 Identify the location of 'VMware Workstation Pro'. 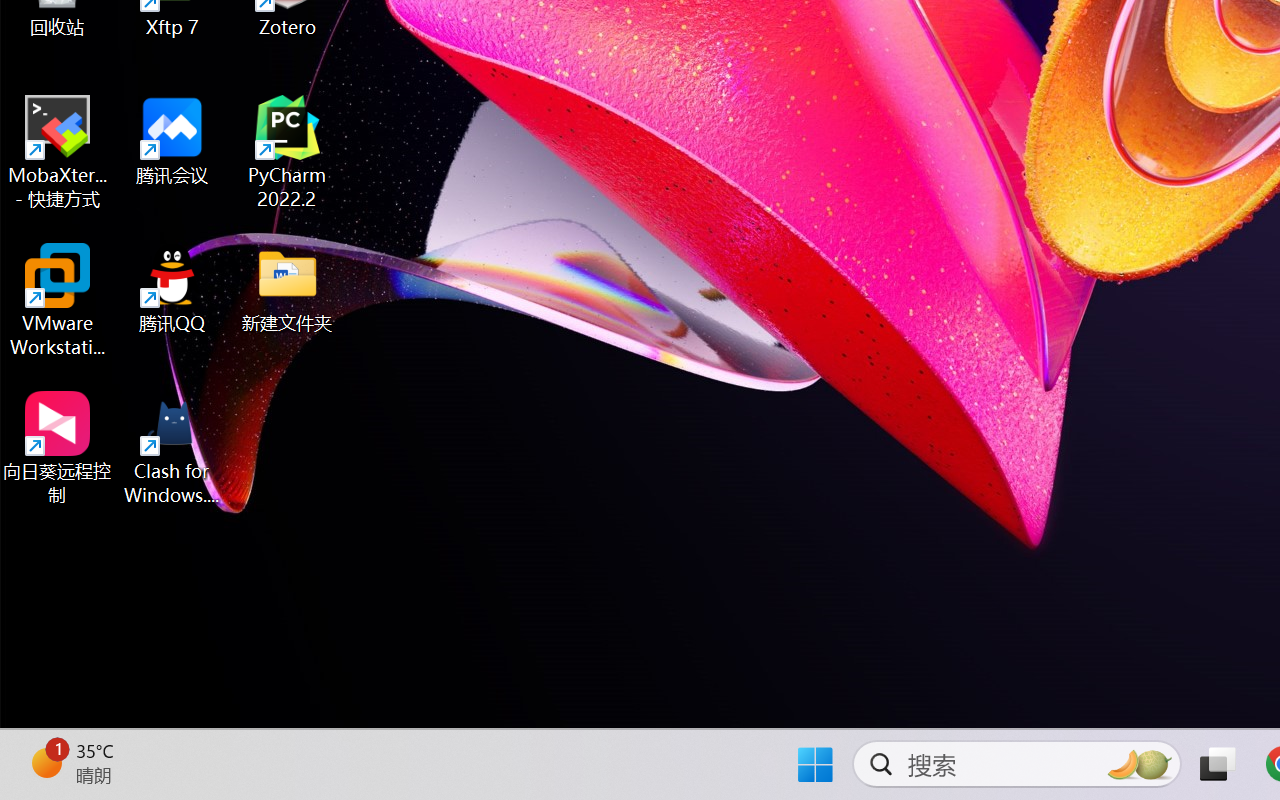
(57, 300).